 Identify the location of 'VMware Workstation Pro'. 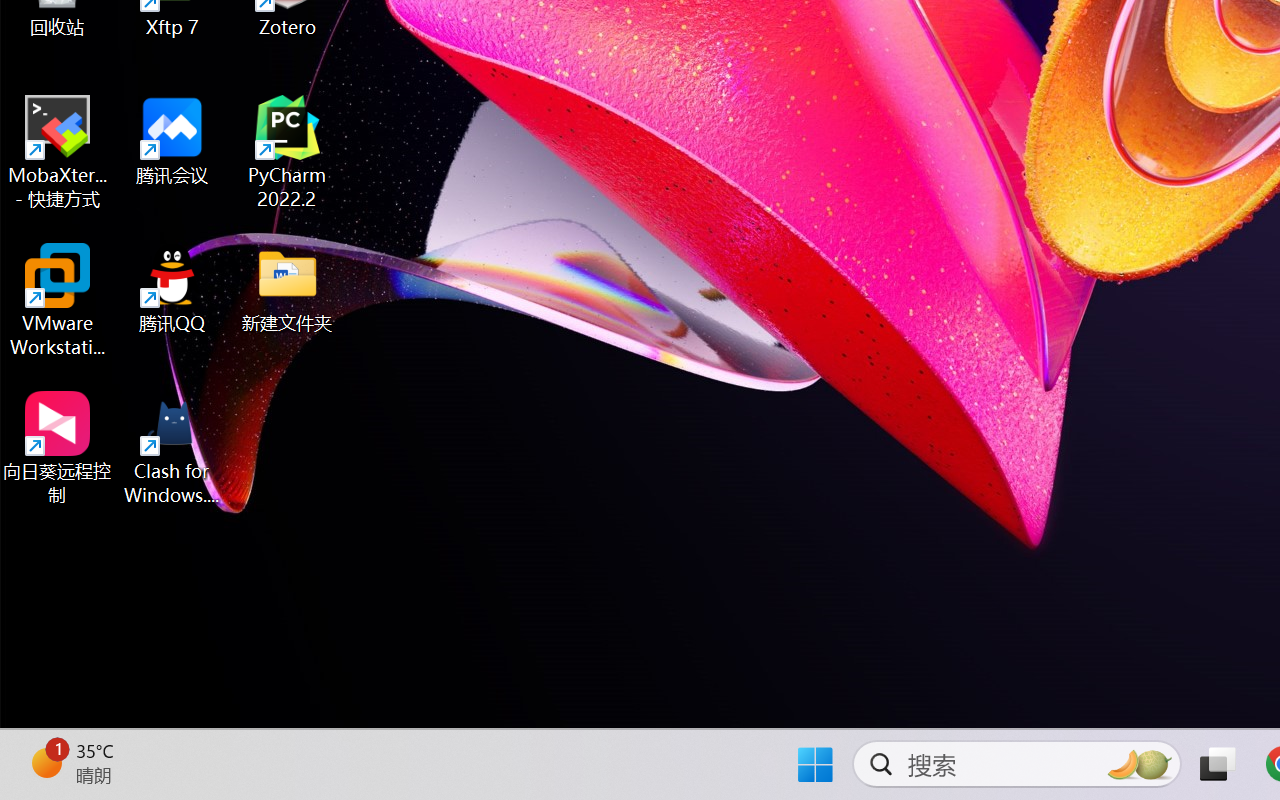
(57, 300).